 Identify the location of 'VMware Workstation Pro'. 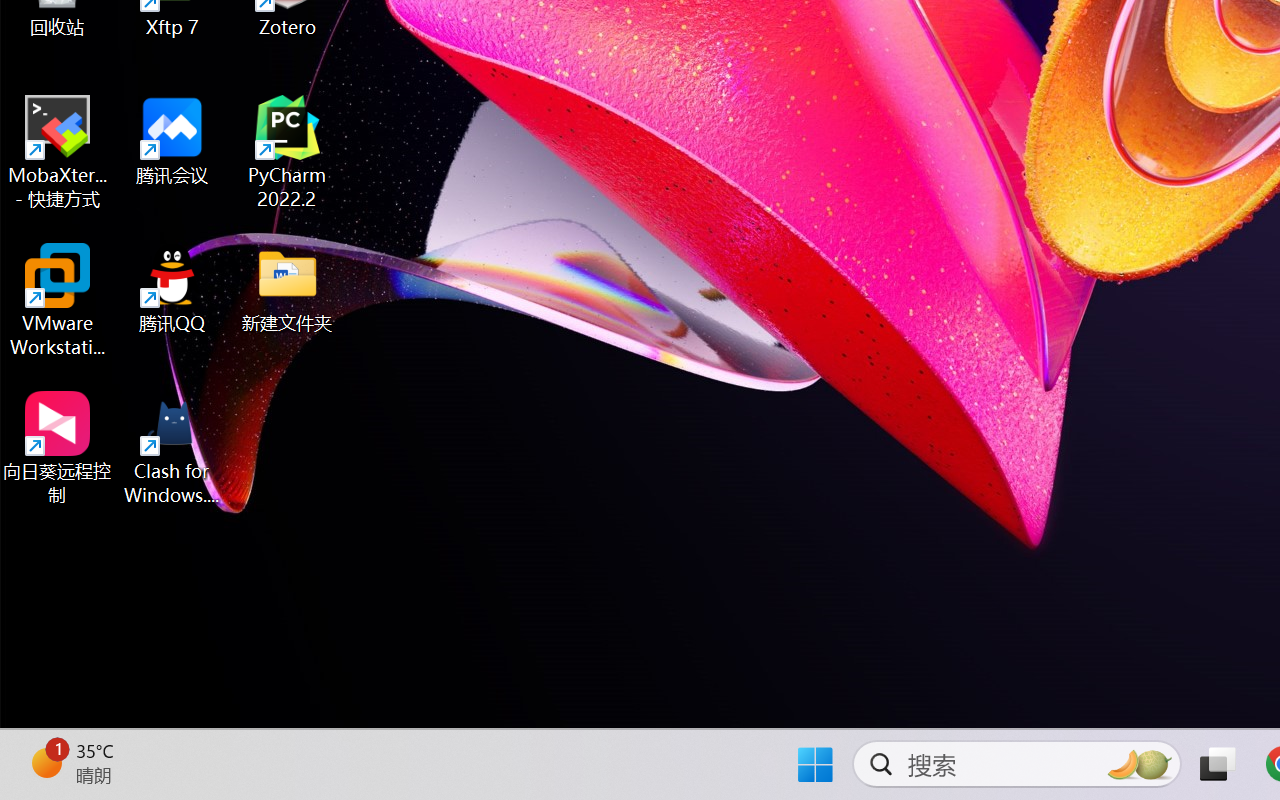
(57, 300).